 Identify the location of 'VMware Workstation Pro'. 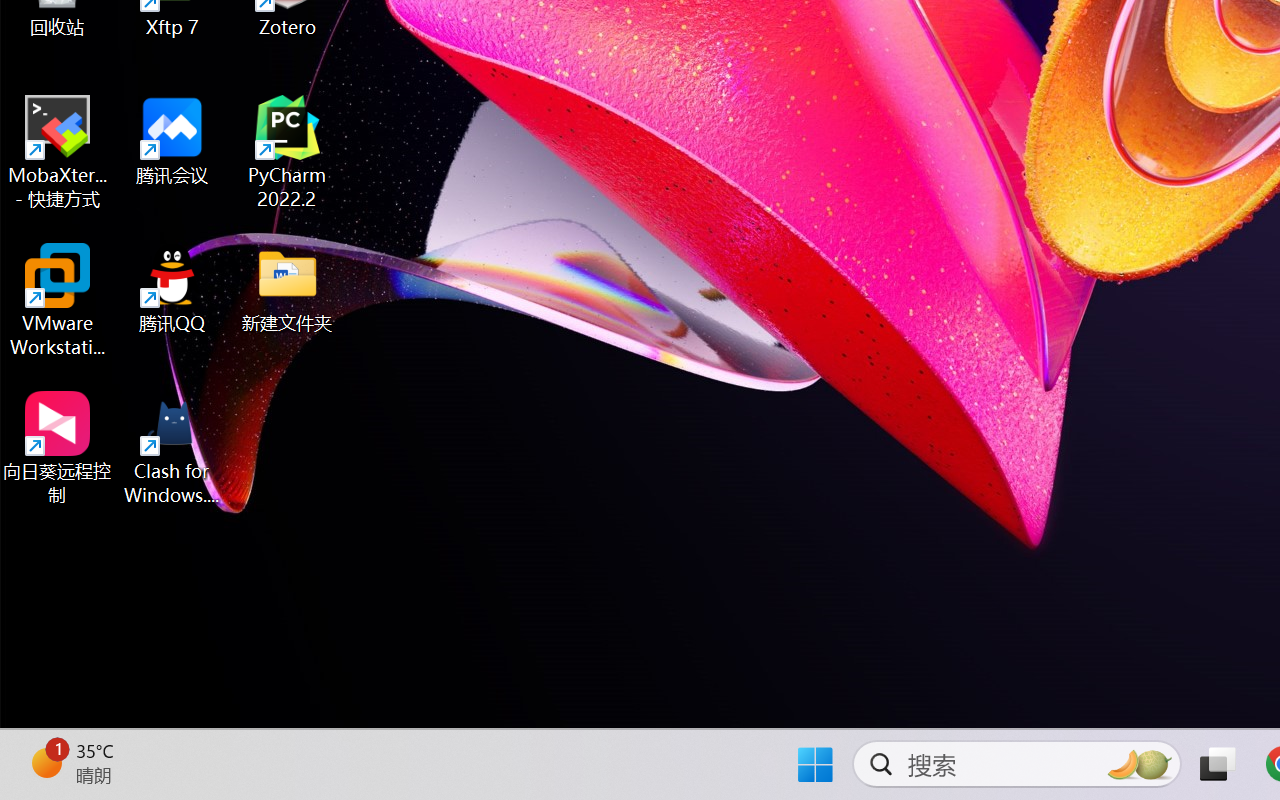
(57, 300).